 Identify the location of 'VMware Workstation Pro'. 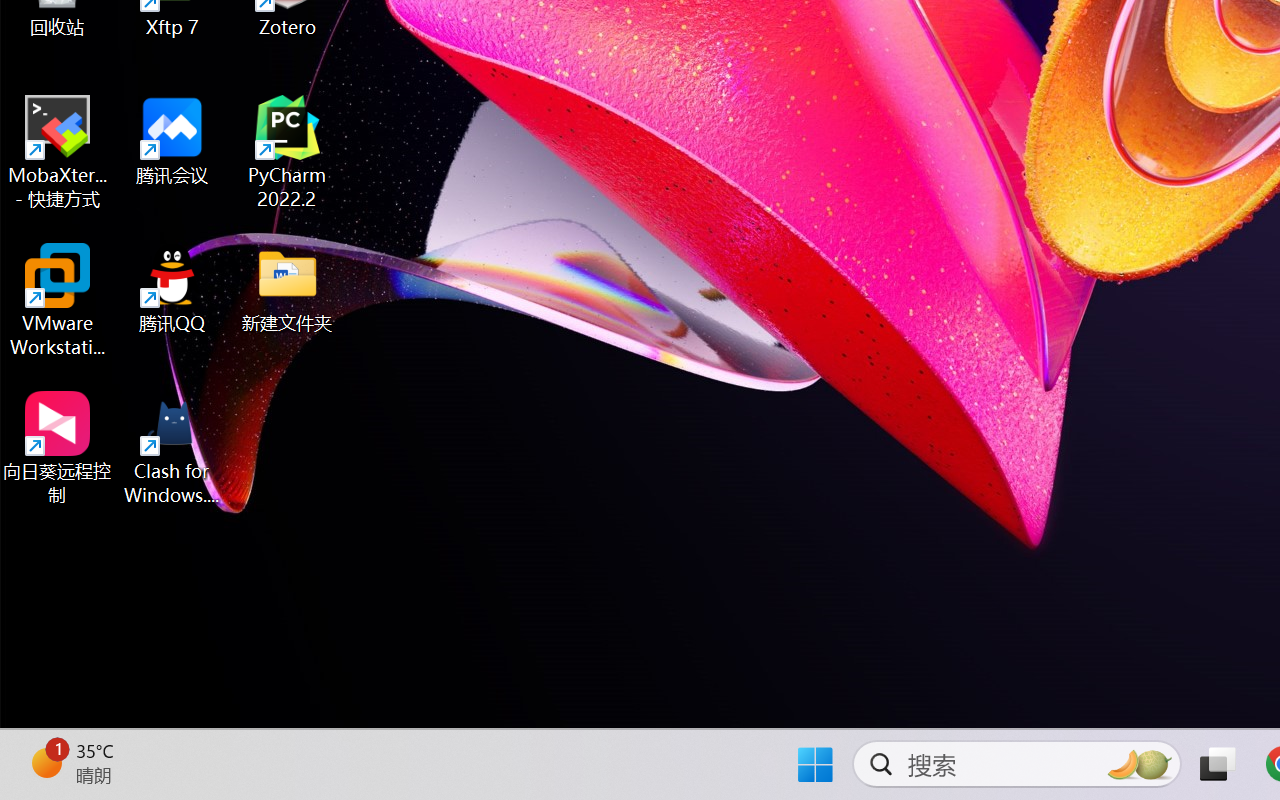
(57, 300).